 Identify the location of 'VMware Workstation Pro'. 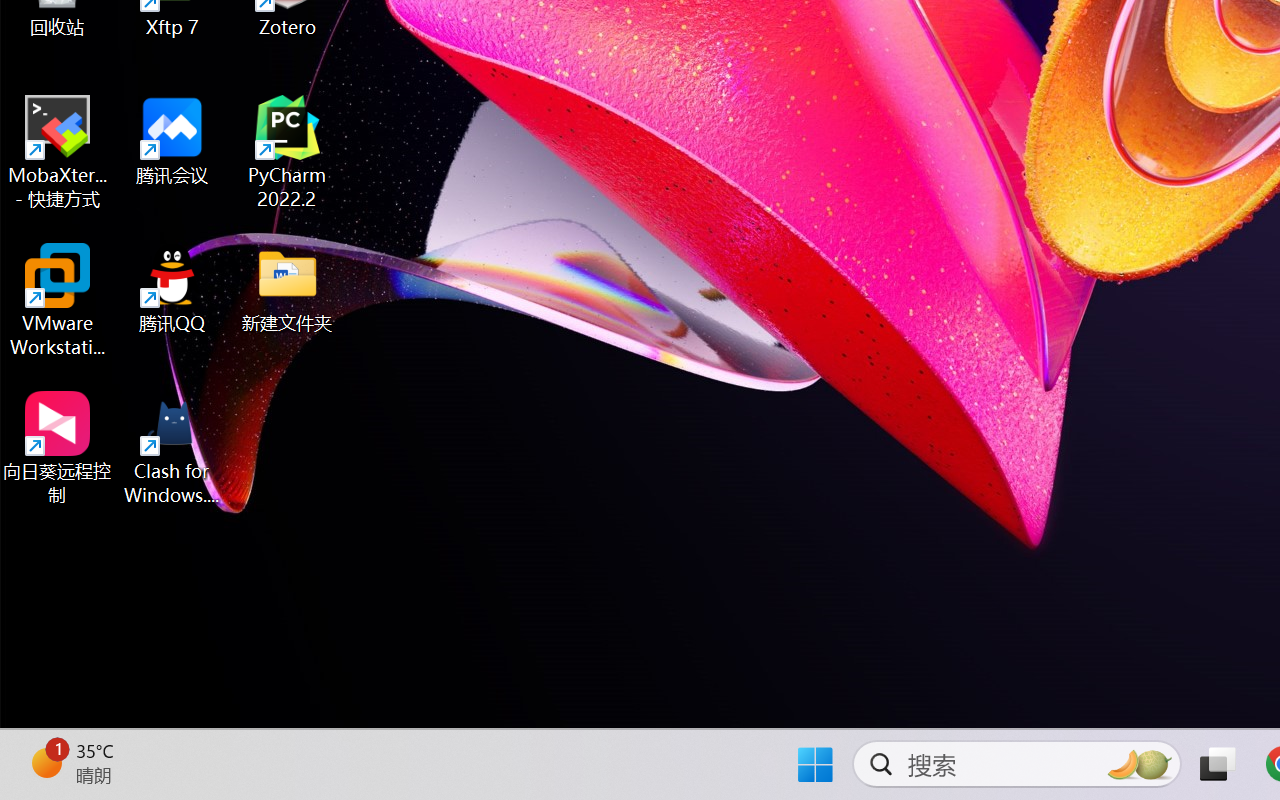
(57, 300).